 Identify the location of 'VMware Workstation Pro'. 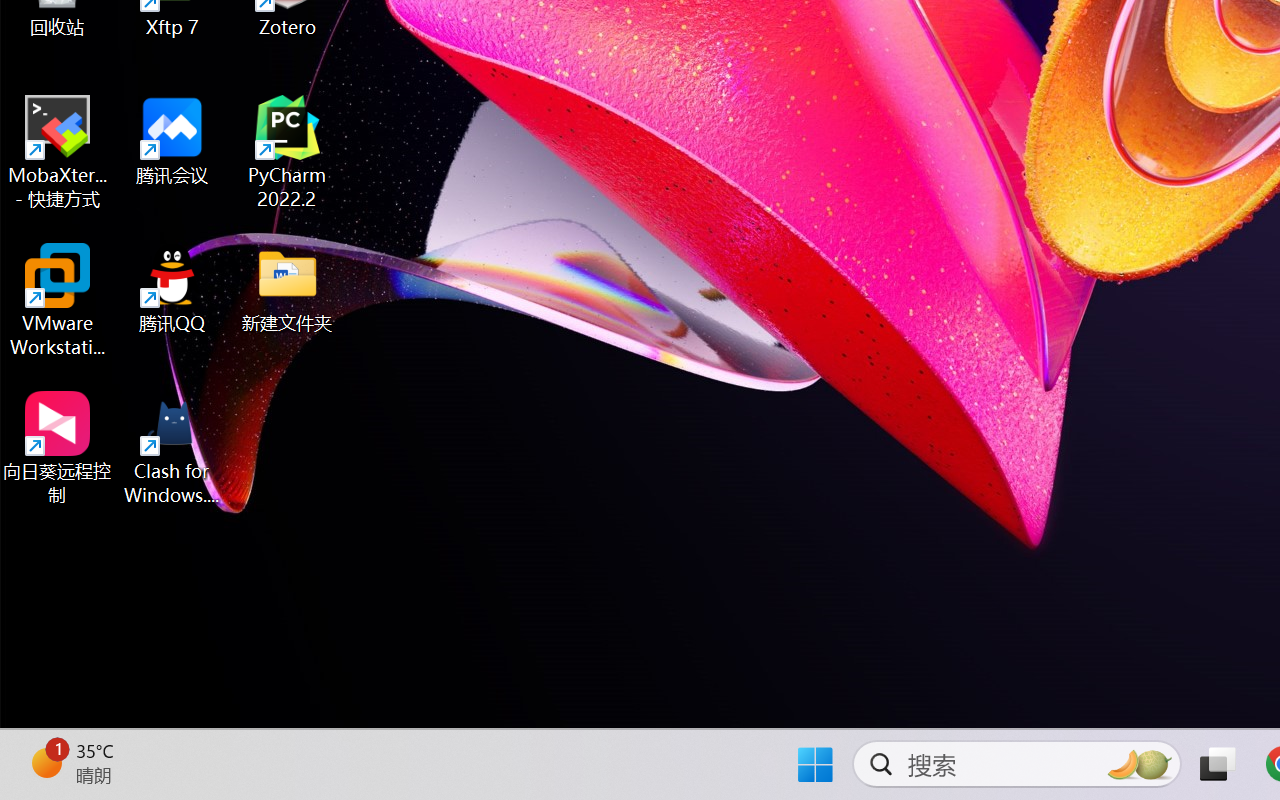
(57, 300).